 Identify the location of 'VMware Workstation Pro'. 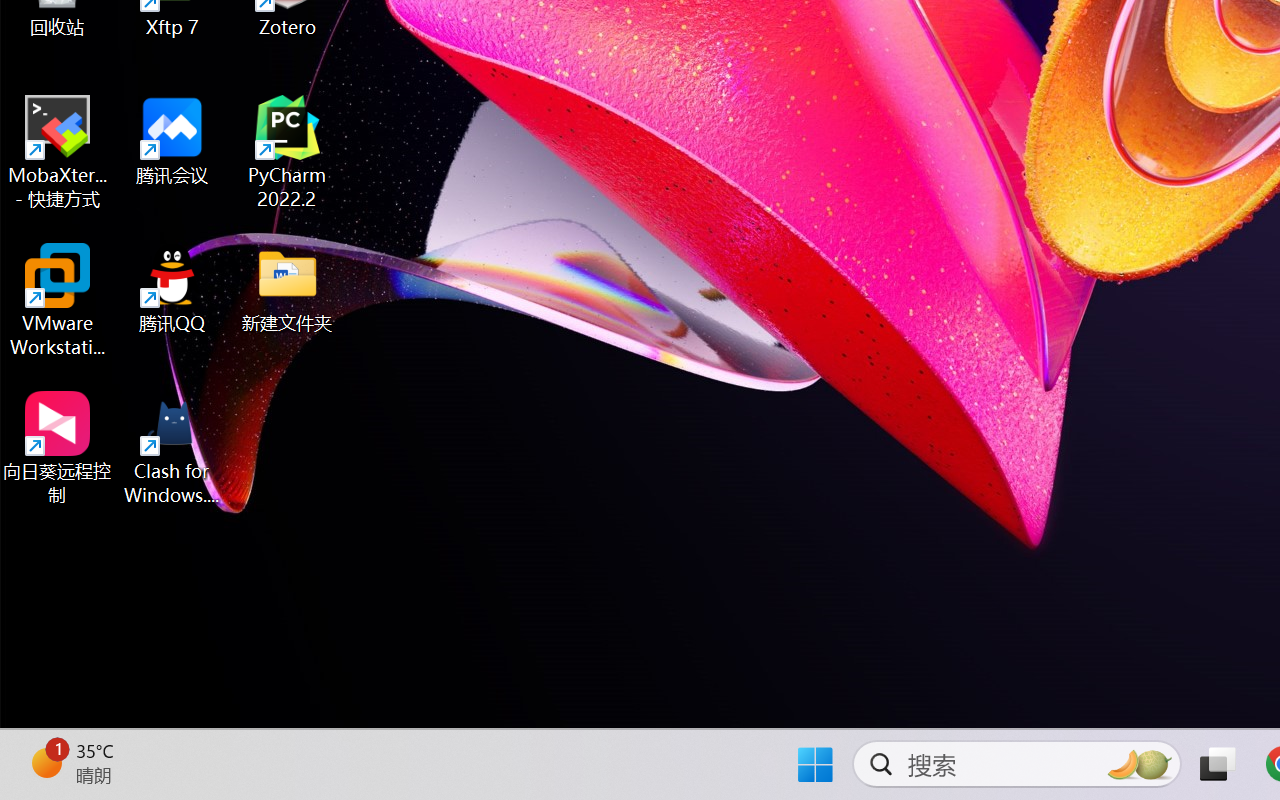
(57, 300).